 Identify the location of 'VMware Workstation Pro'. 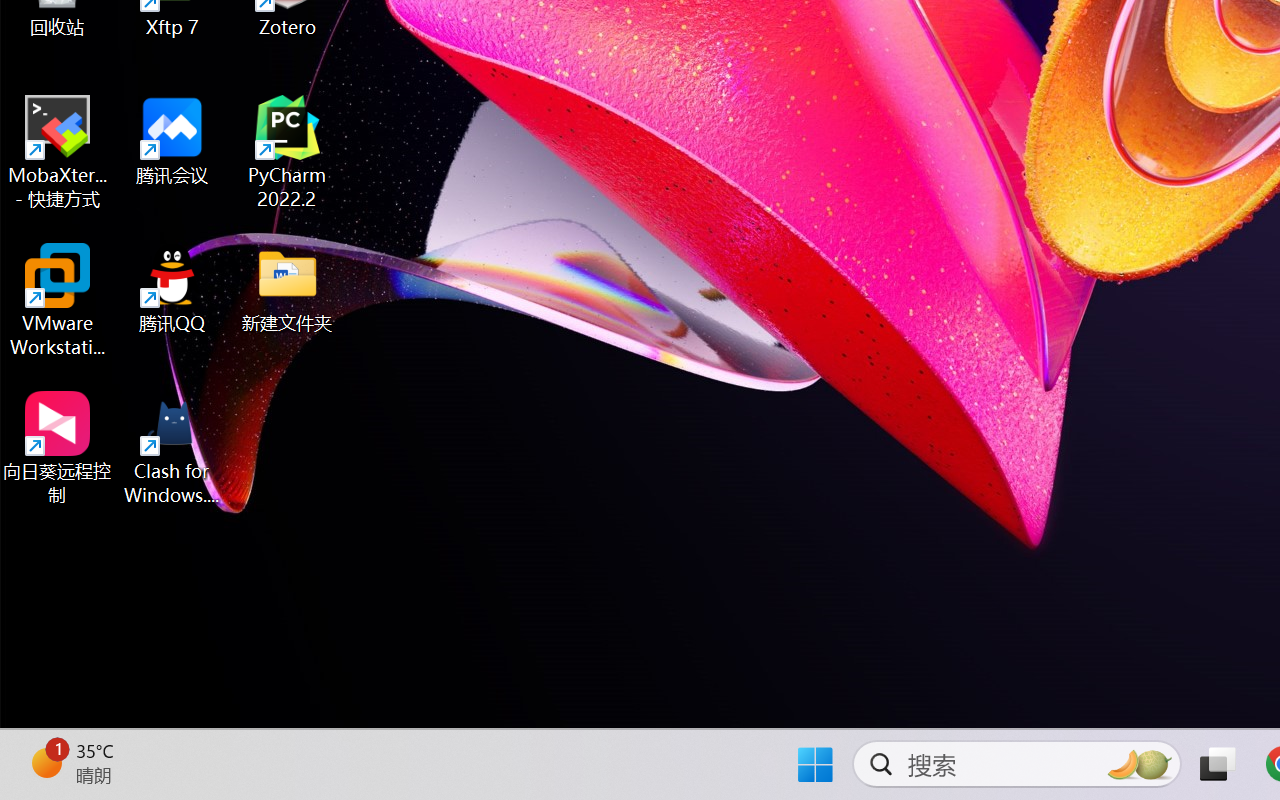
(57, 300).